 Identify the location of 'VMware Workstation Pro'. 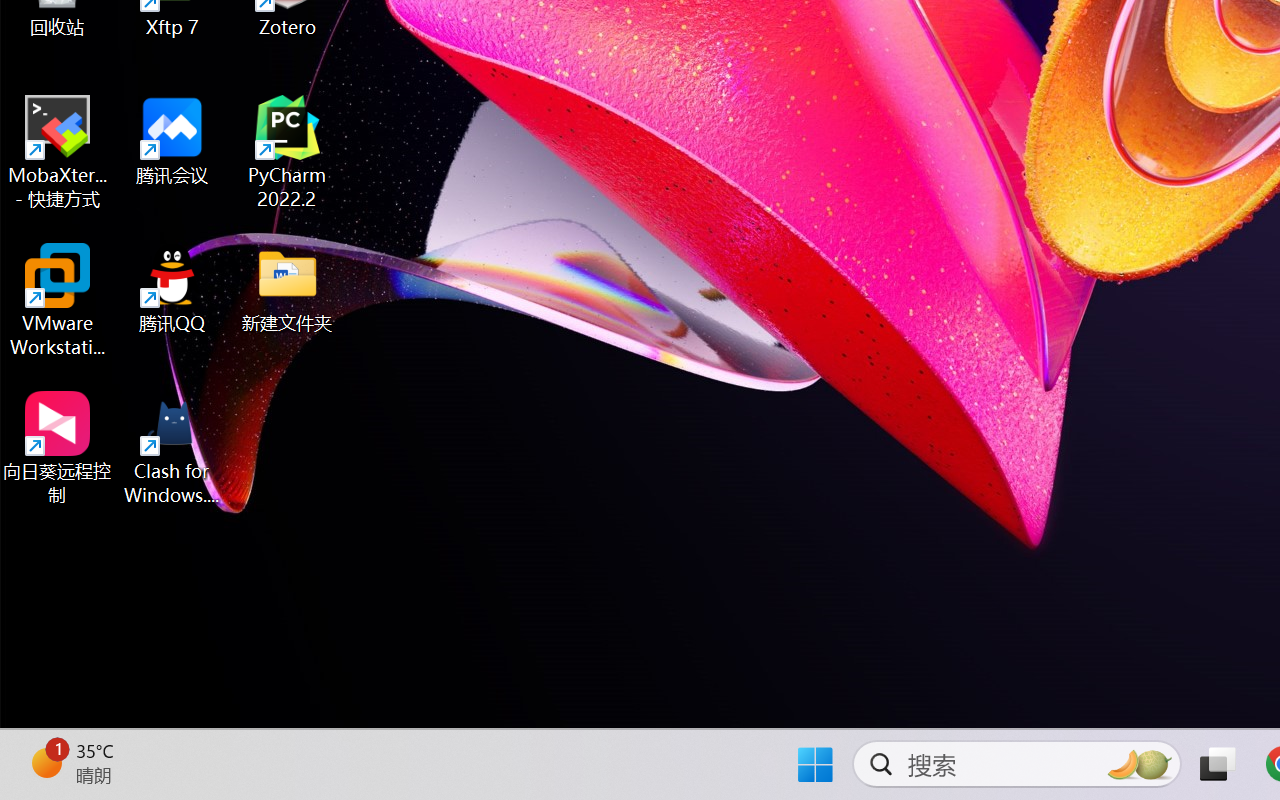
(57, 300).